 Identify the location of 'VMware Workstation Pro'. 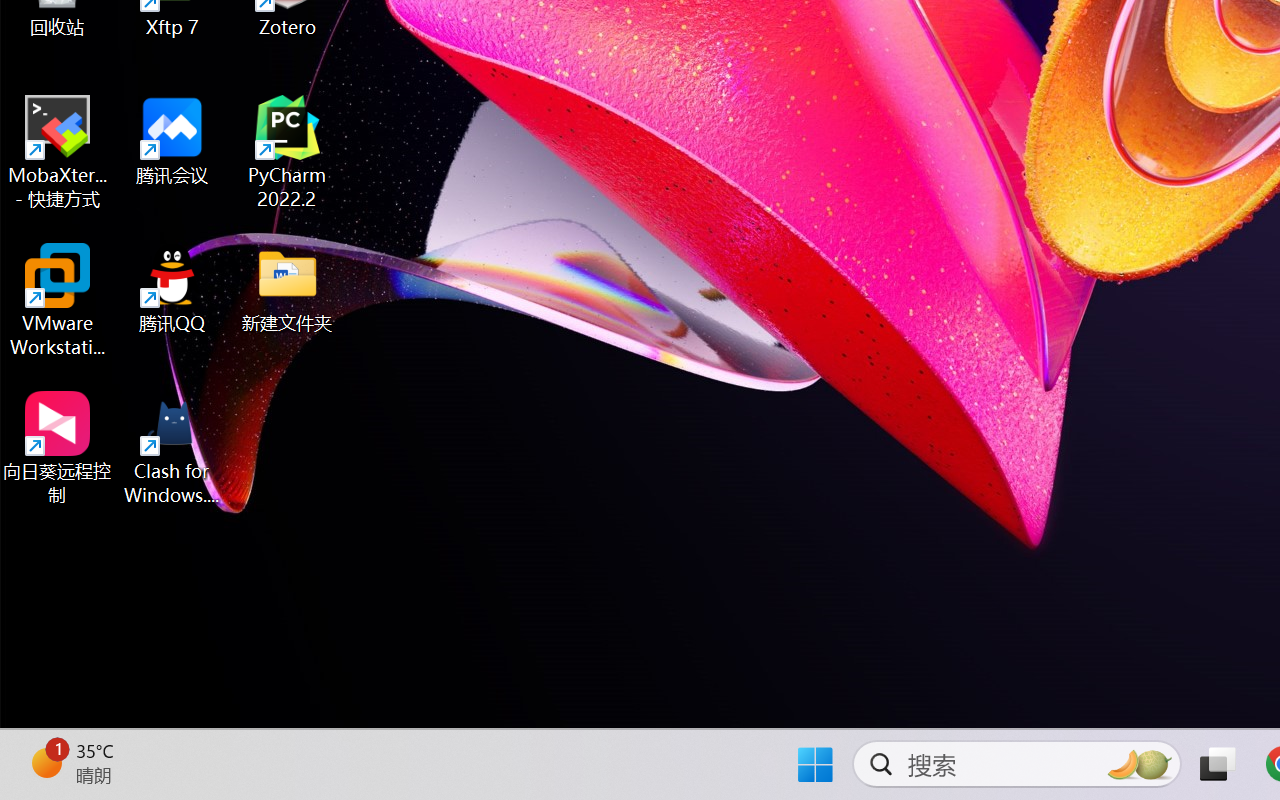
(57, 300).